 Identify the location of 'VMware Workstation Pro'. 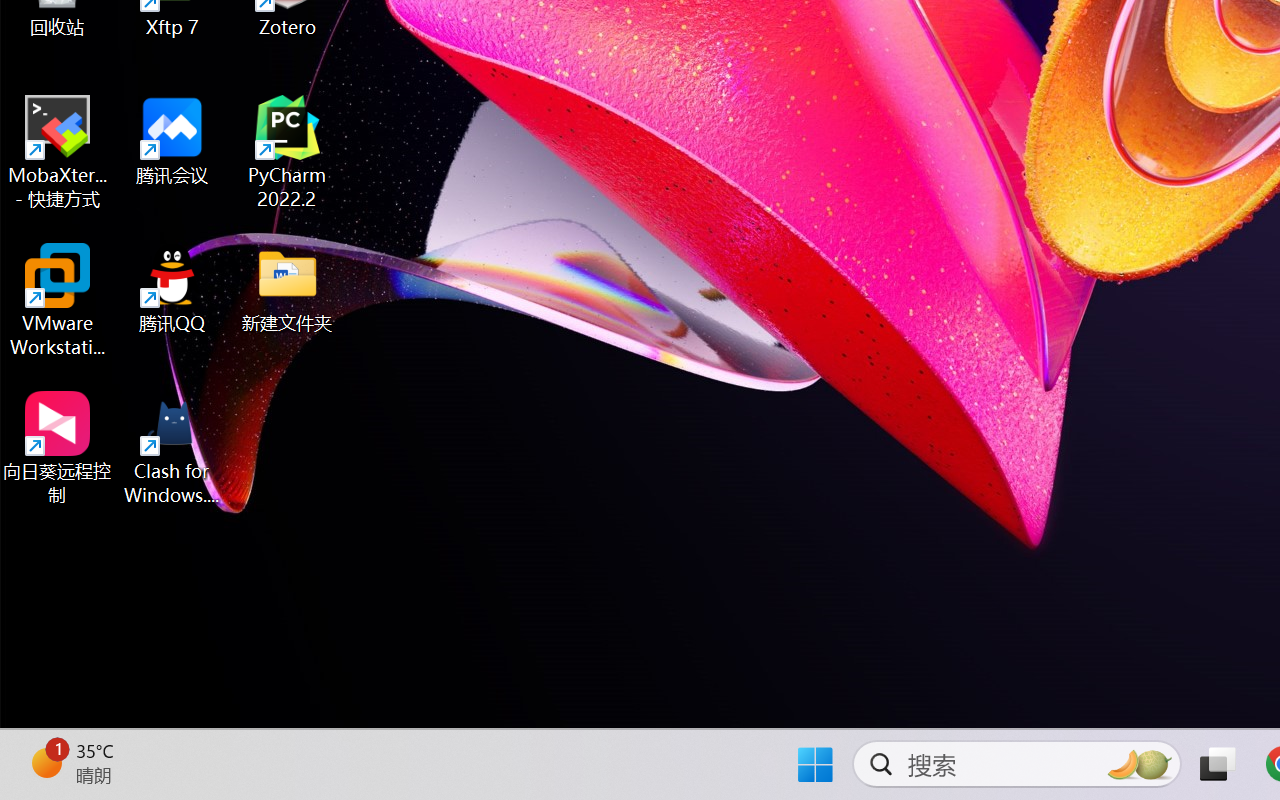
(57, 300).